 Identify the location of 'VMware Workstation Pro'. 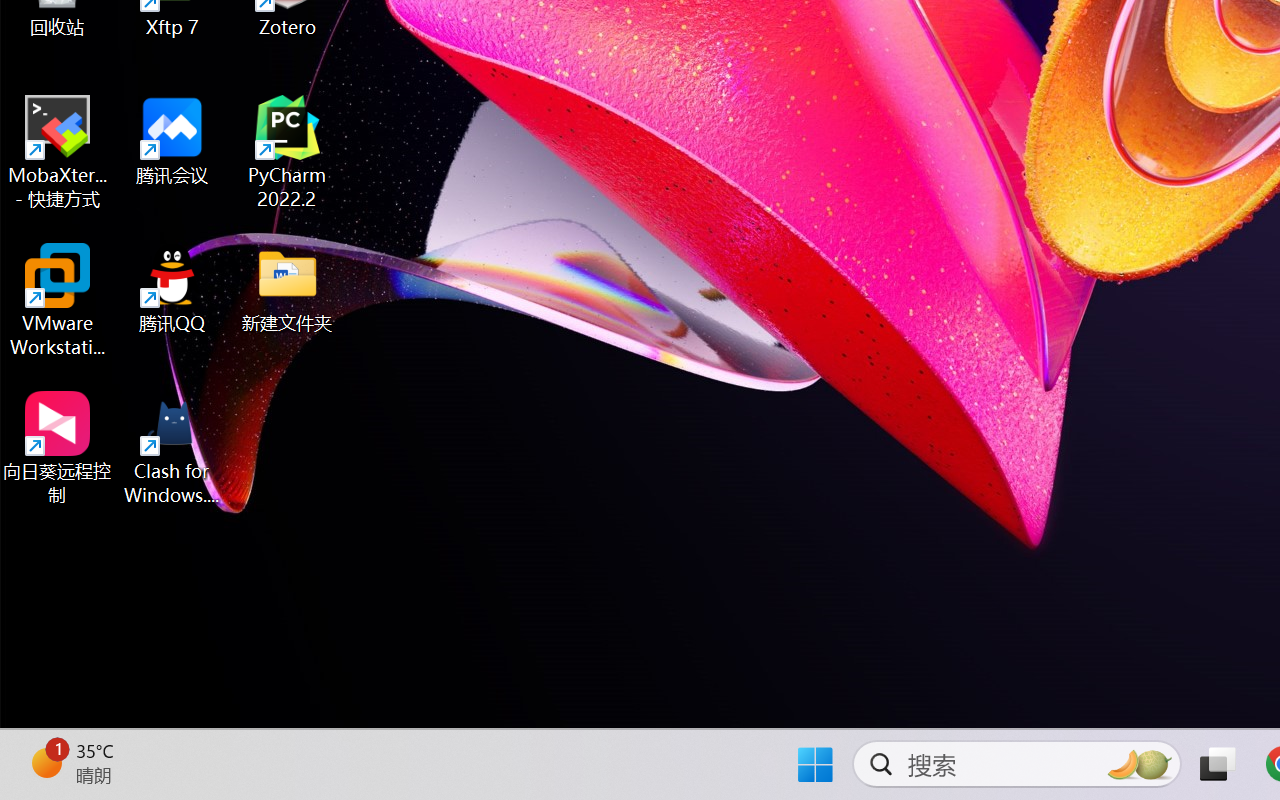
(57, 300).